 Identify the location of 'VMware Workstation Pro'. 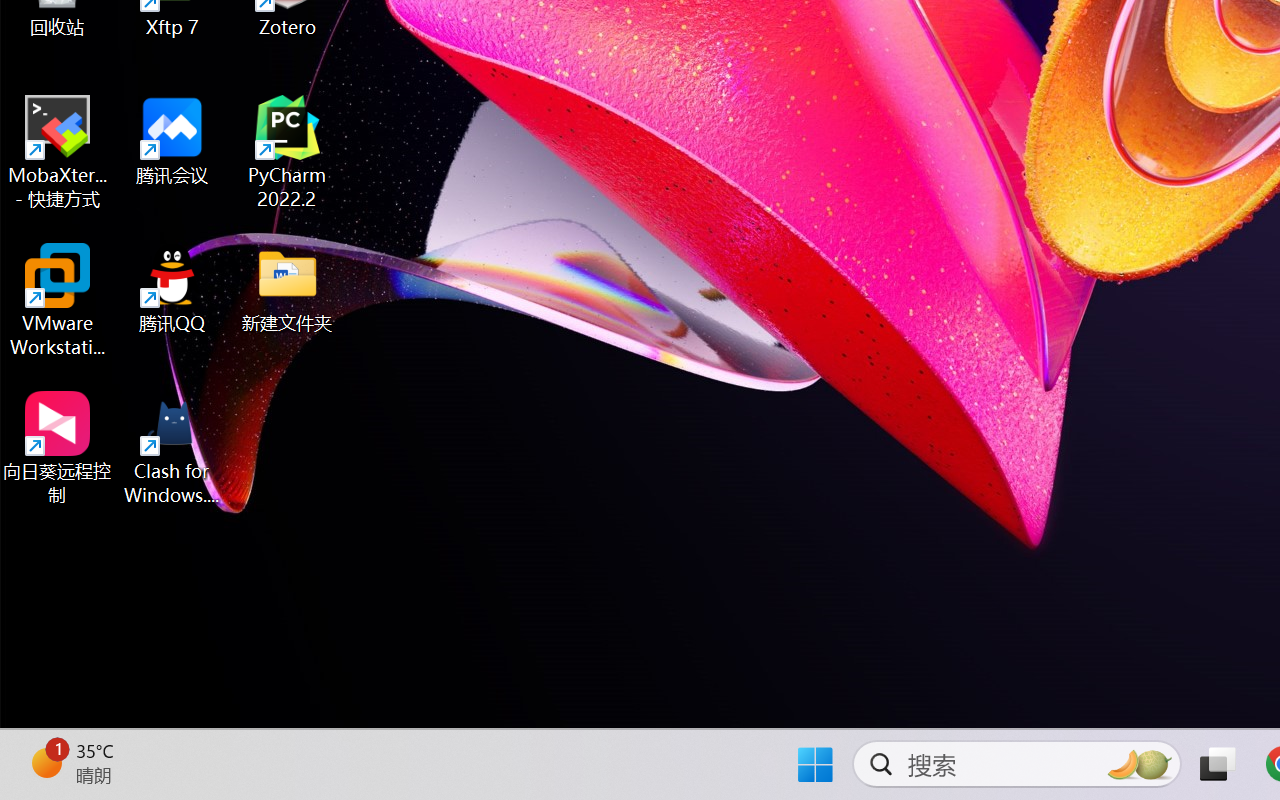
(57, 300).